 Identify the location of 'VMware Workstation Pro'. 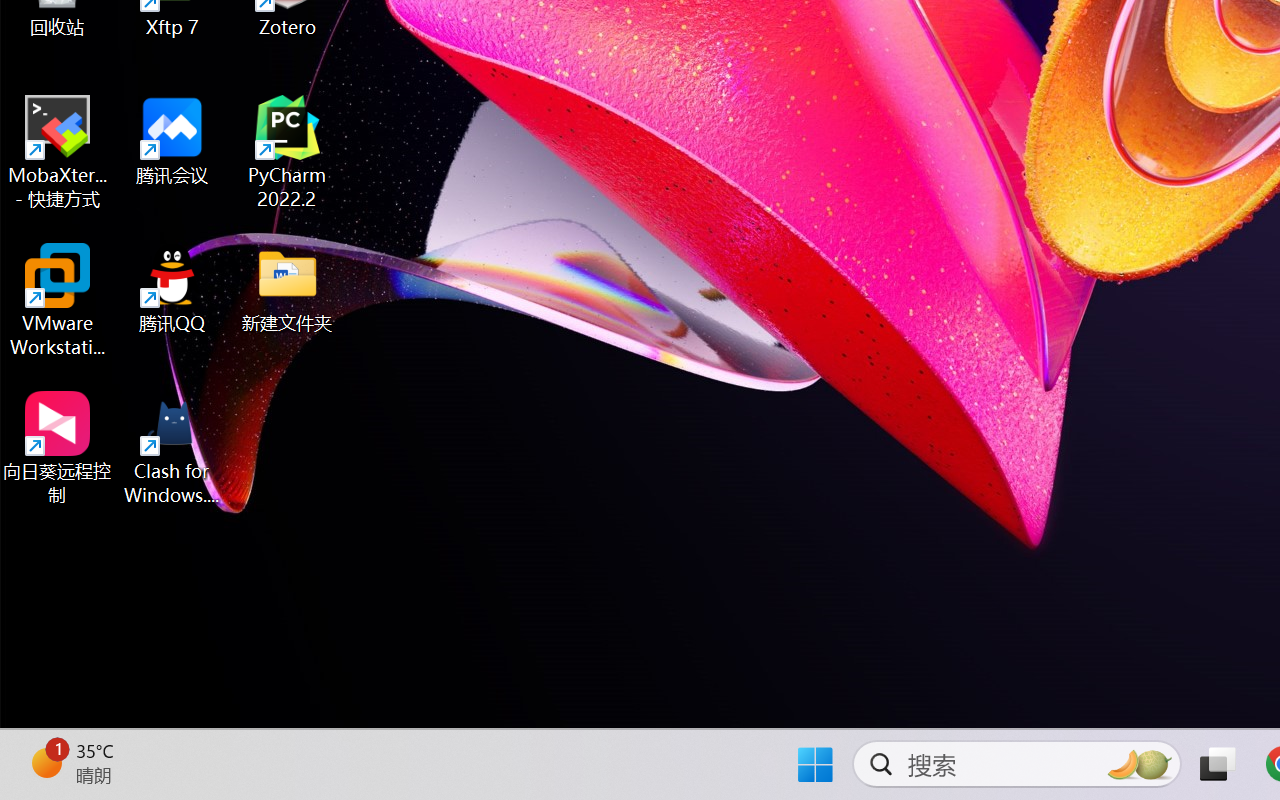
(57, 300).